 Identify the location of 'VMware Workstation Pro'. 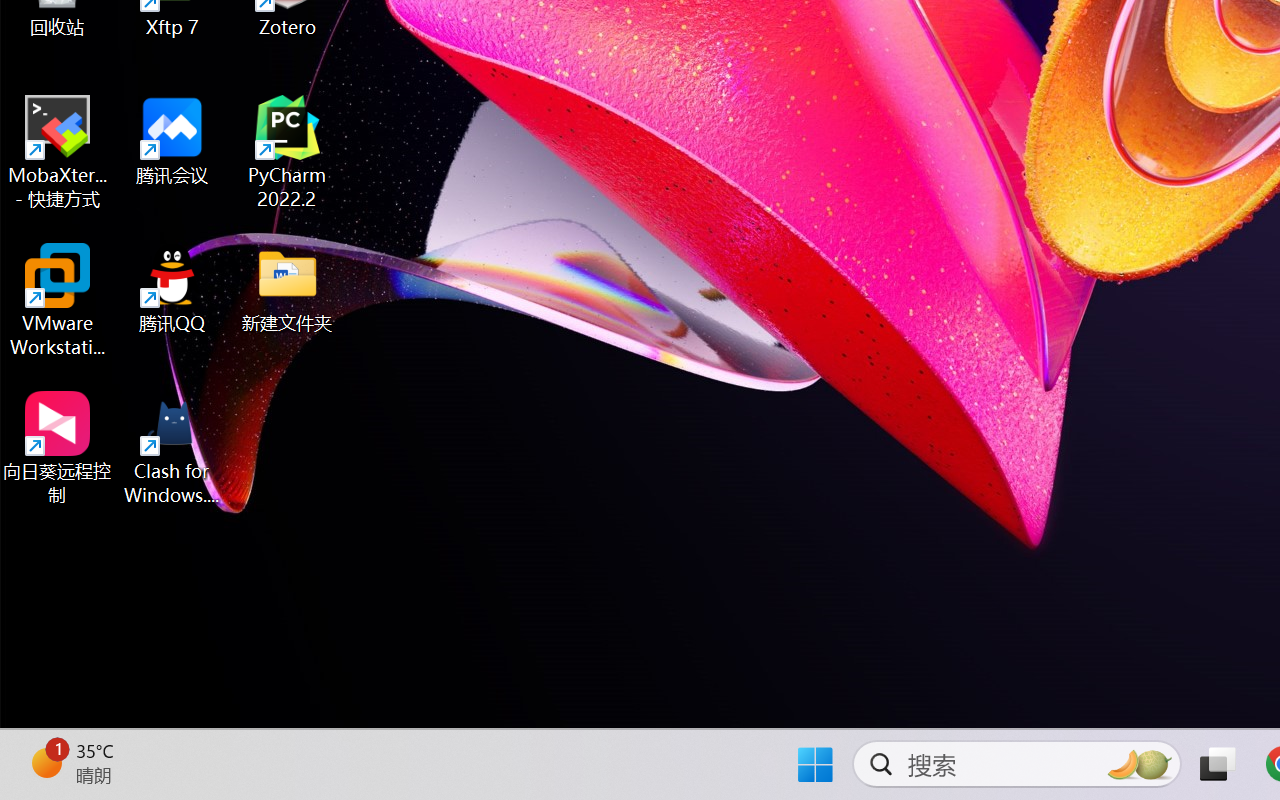
(57, 300).